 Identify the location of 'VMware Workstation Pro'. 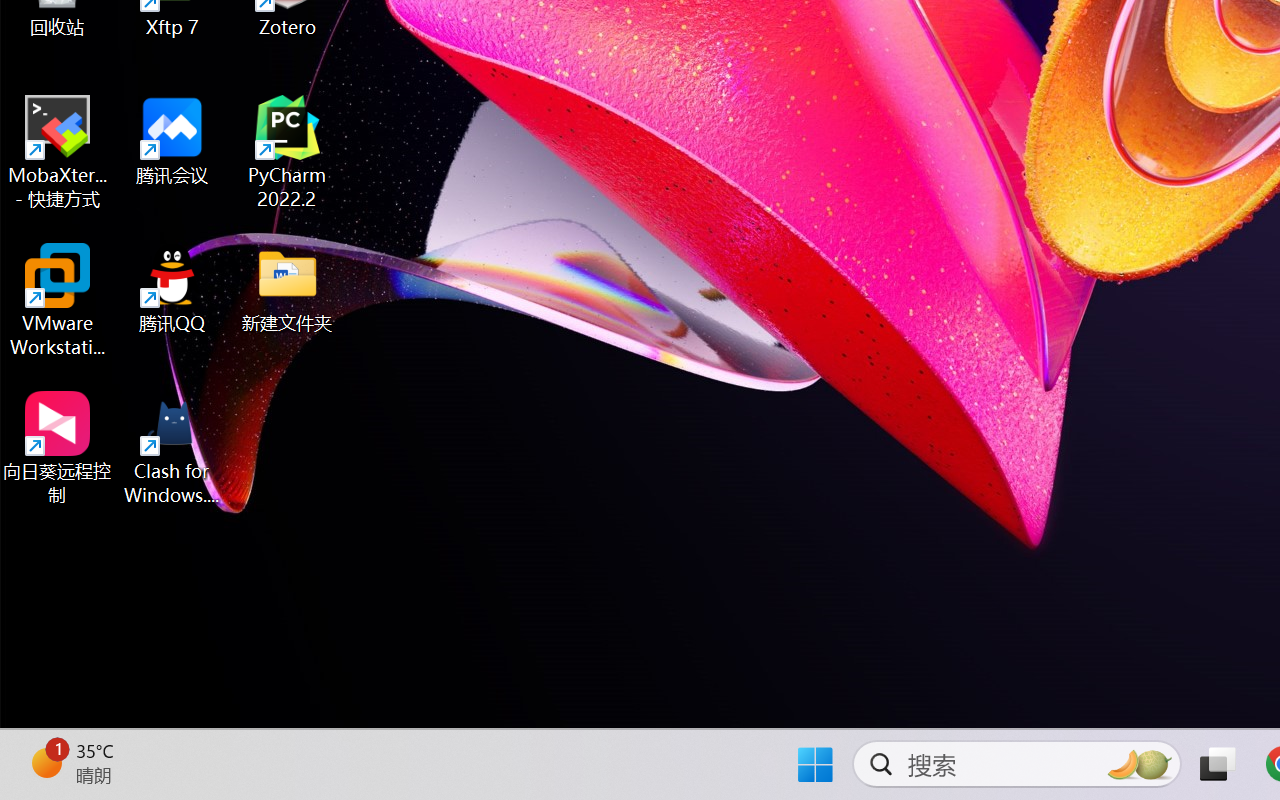
(57, 300).